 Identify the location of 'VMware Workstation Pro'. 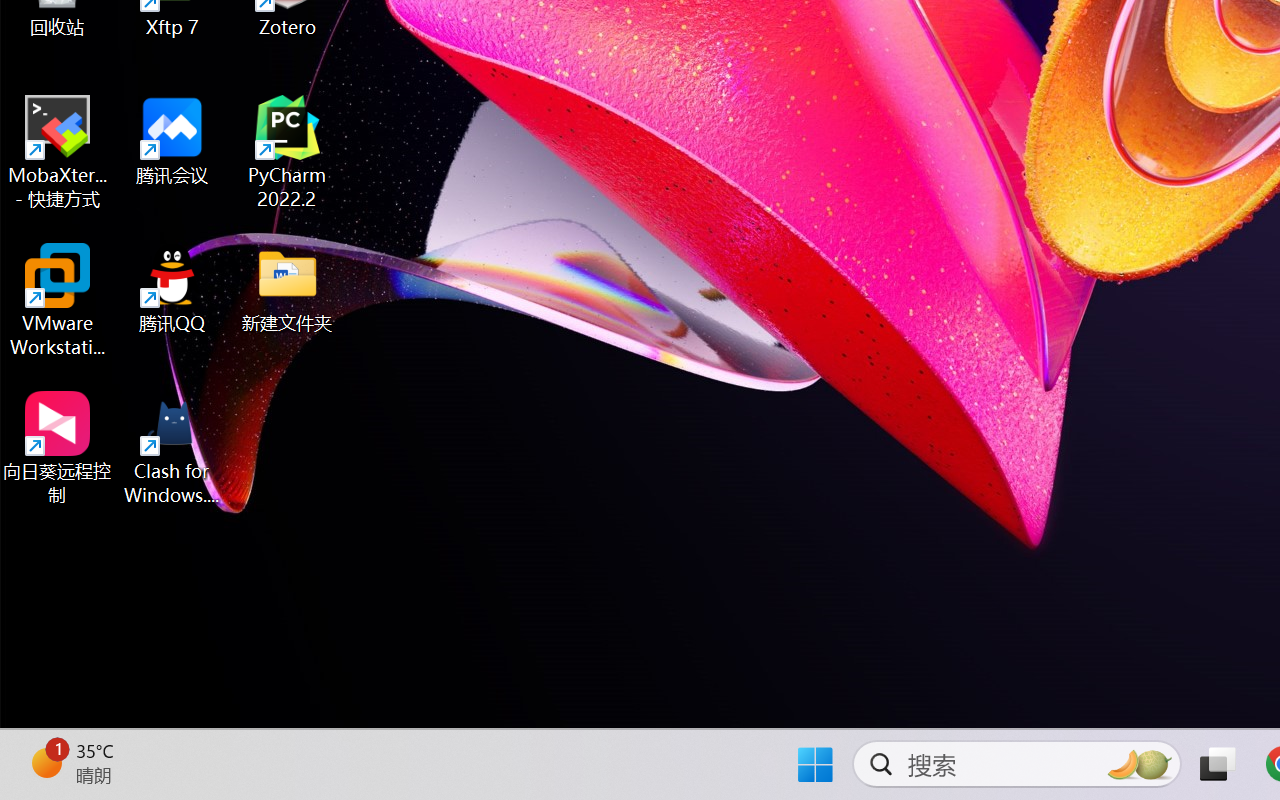
(57, 300).